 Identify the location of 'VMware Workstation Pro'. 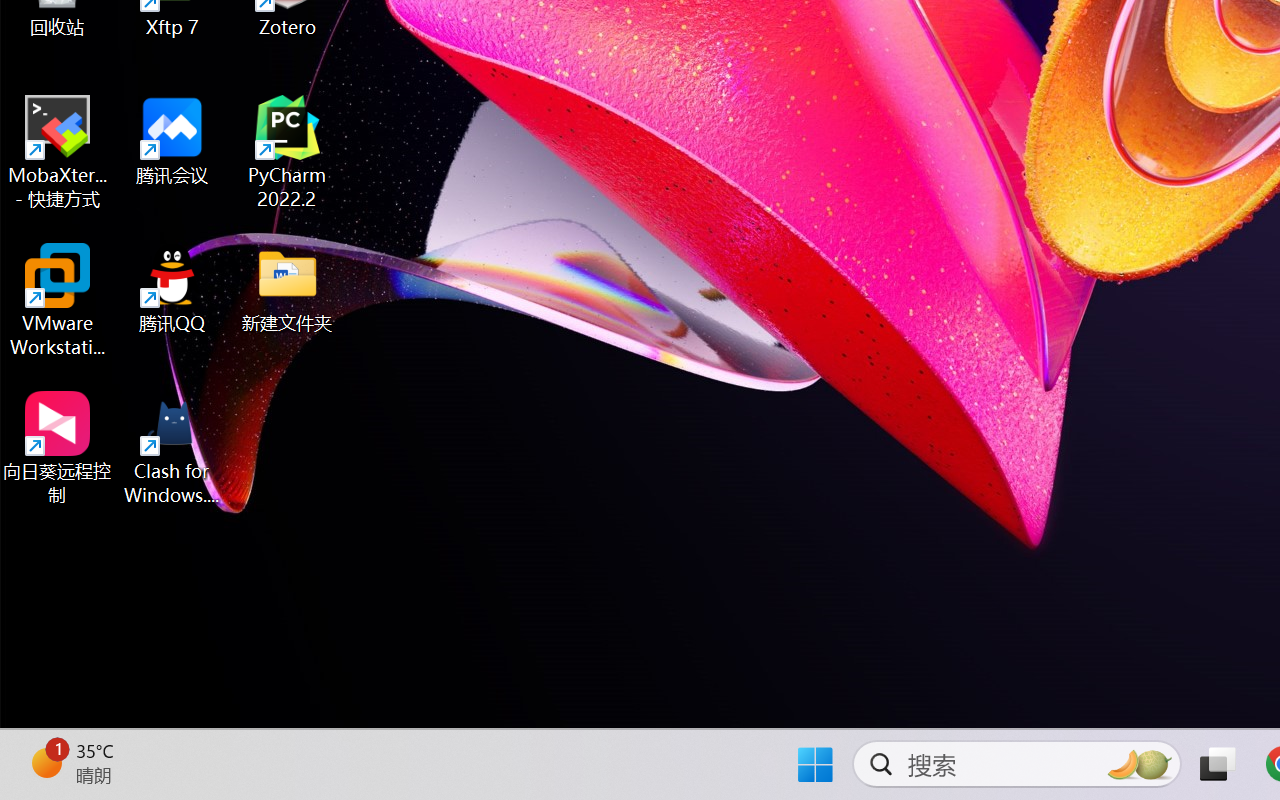
(57, 300).